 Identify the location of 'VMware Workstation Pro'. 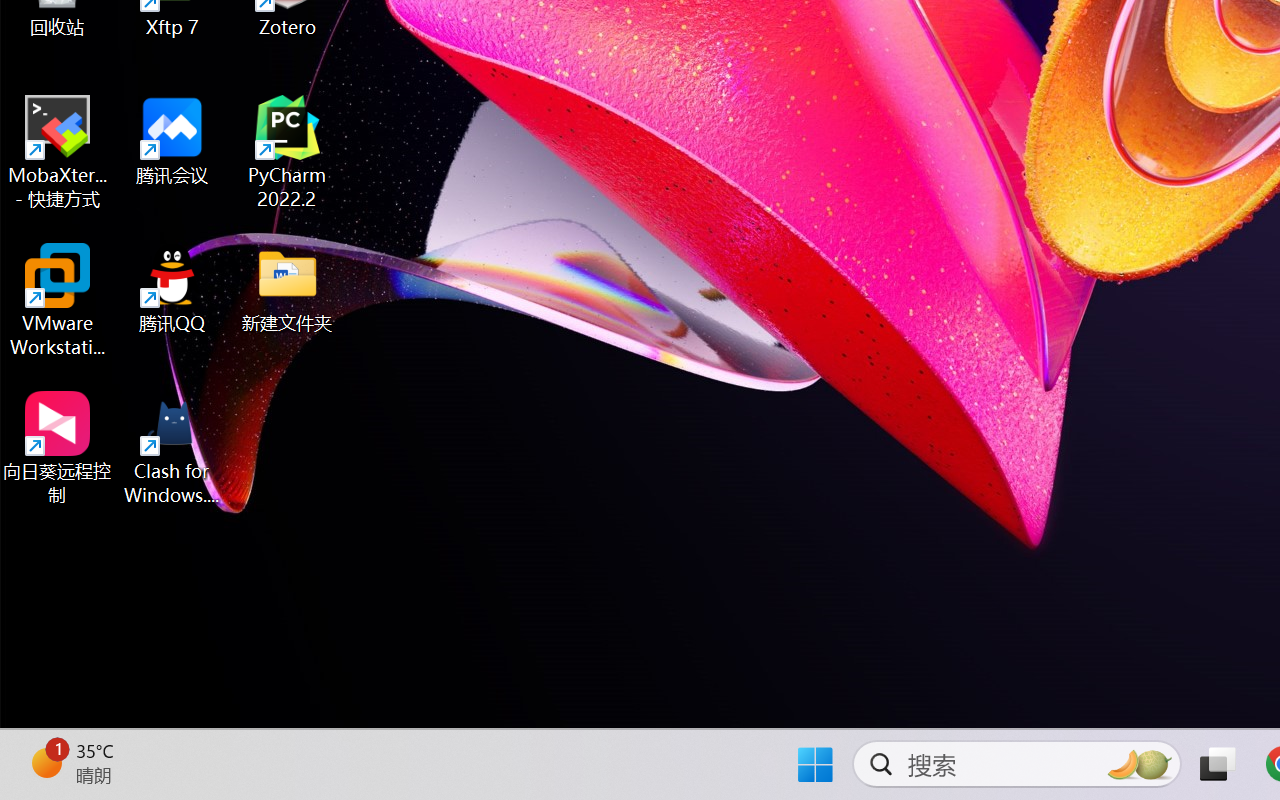
(57, 300).